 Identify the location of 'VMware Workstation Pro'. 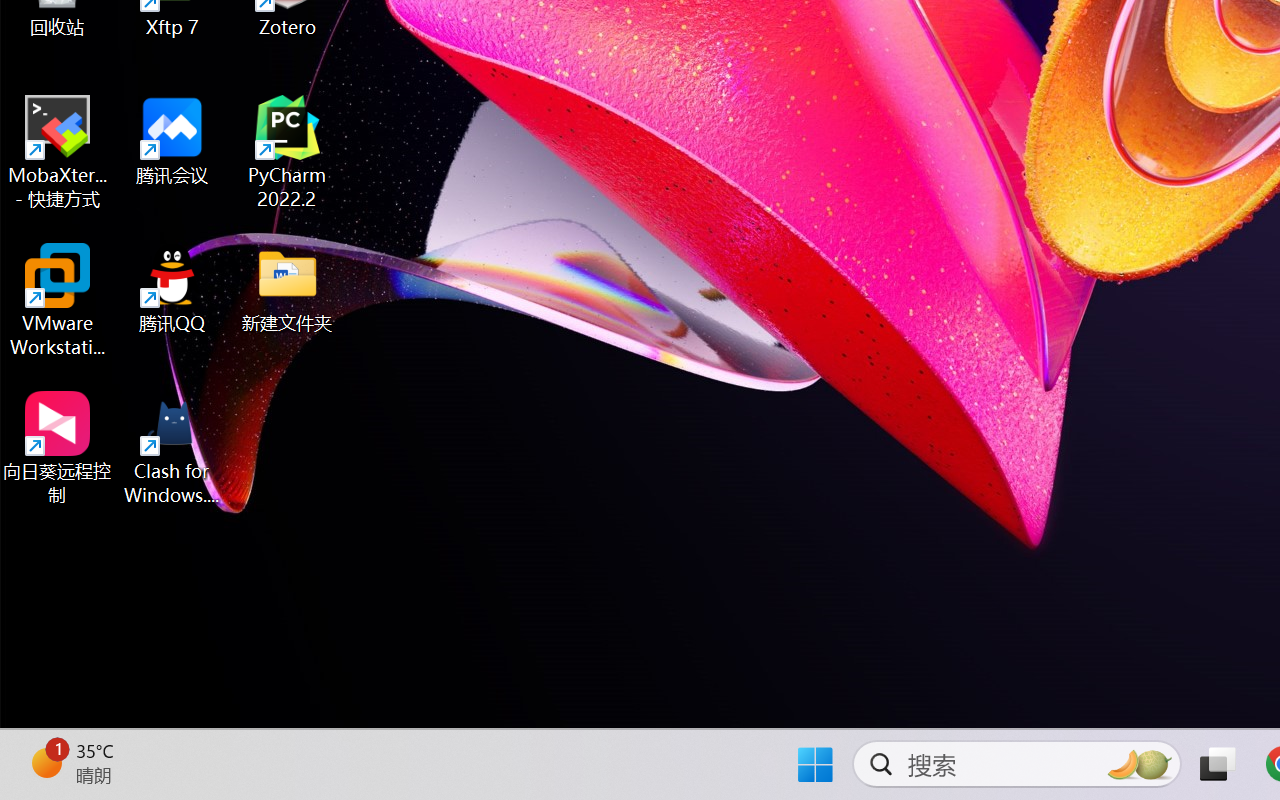
(57, 300).